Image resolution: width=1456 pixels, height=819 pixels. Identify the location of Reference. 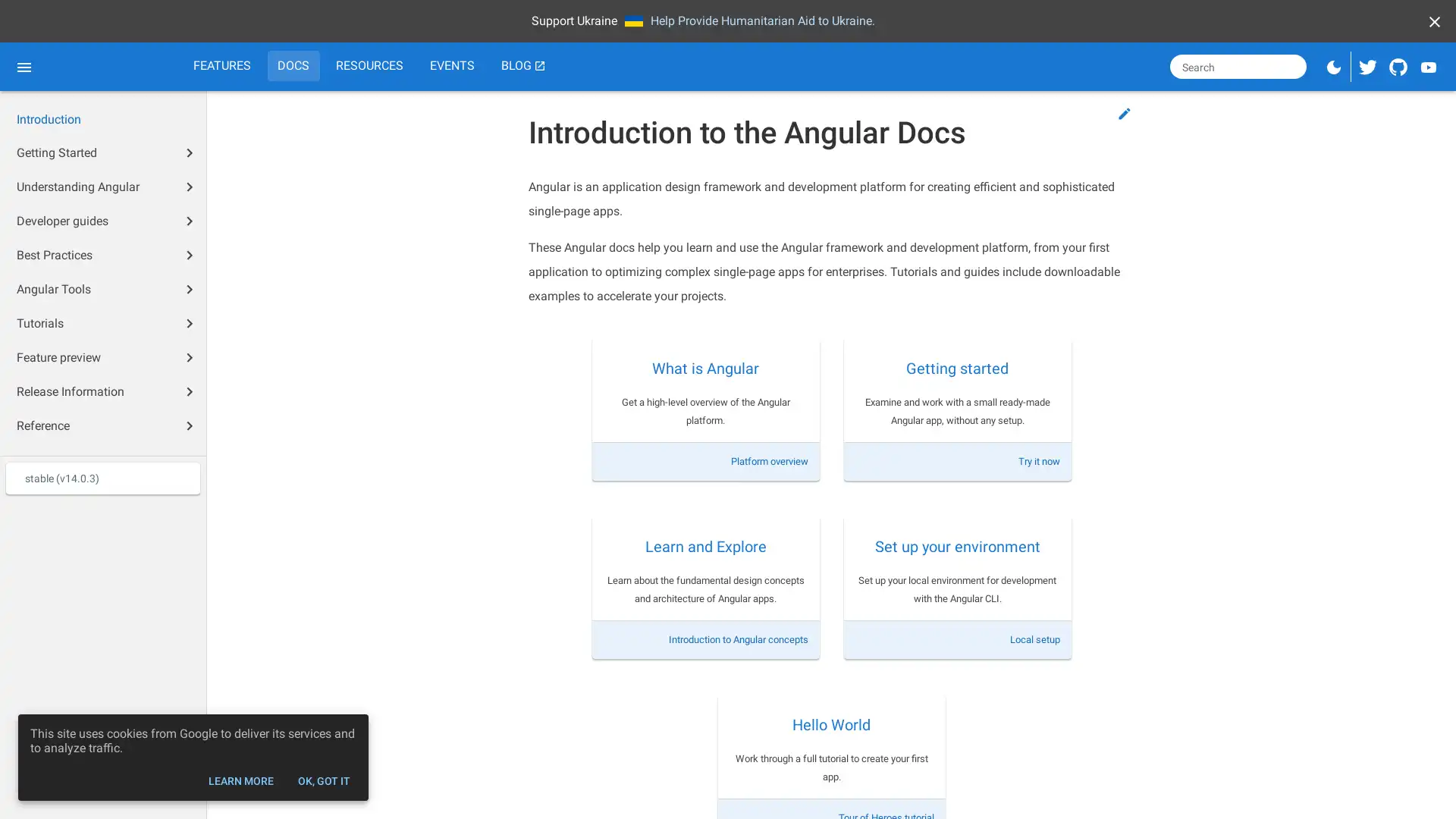
(102, 426).